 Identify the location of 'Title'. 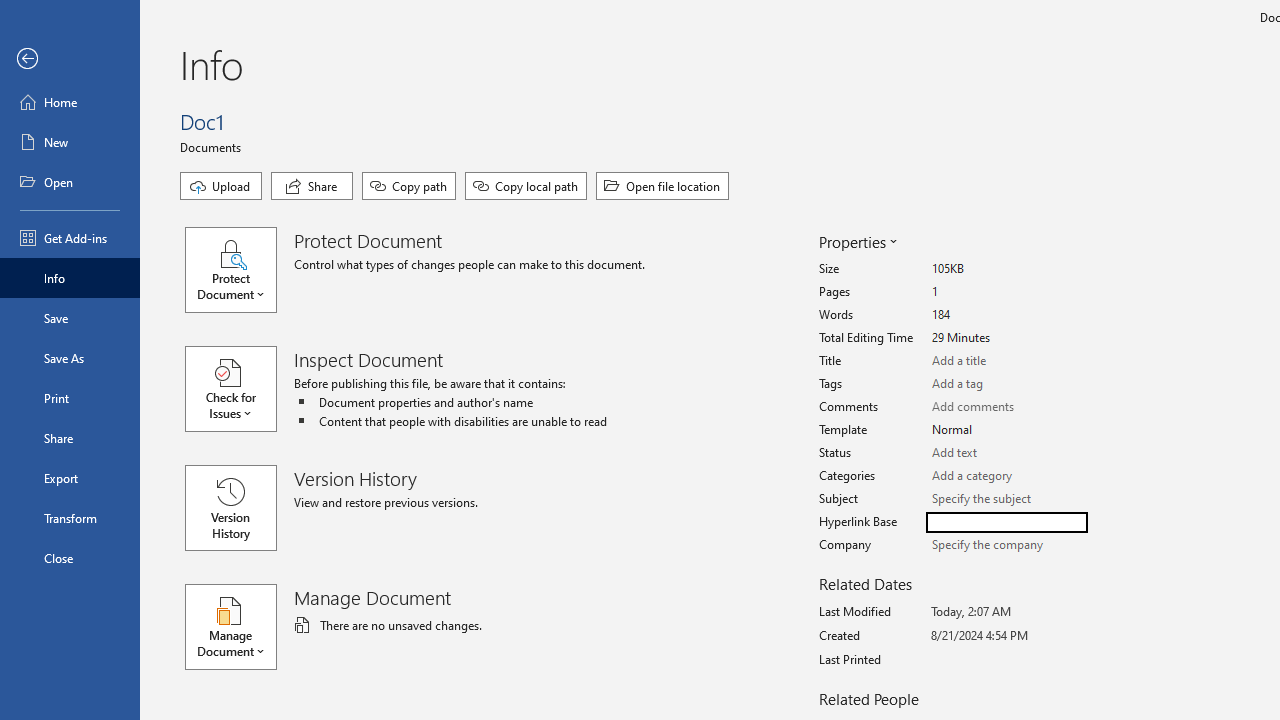
(1006, 361).